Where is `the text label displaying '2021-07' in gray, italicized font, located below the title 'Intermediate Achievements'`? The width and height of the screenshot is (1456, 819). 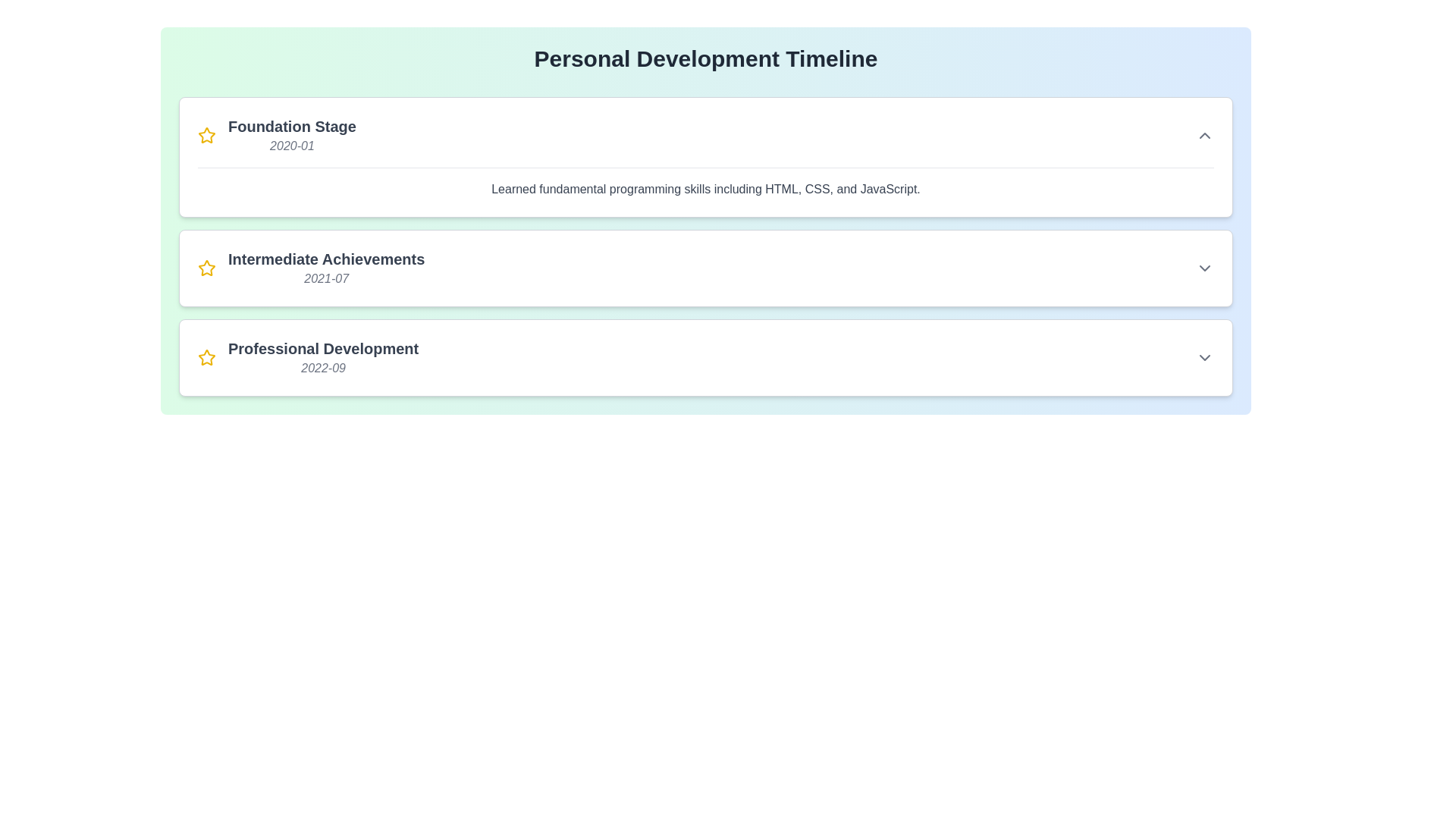 the text label displaying '2021-07' in gray, italicized font, located below the title 'Intermediate Achievements' is located at coordinates (325, 278).